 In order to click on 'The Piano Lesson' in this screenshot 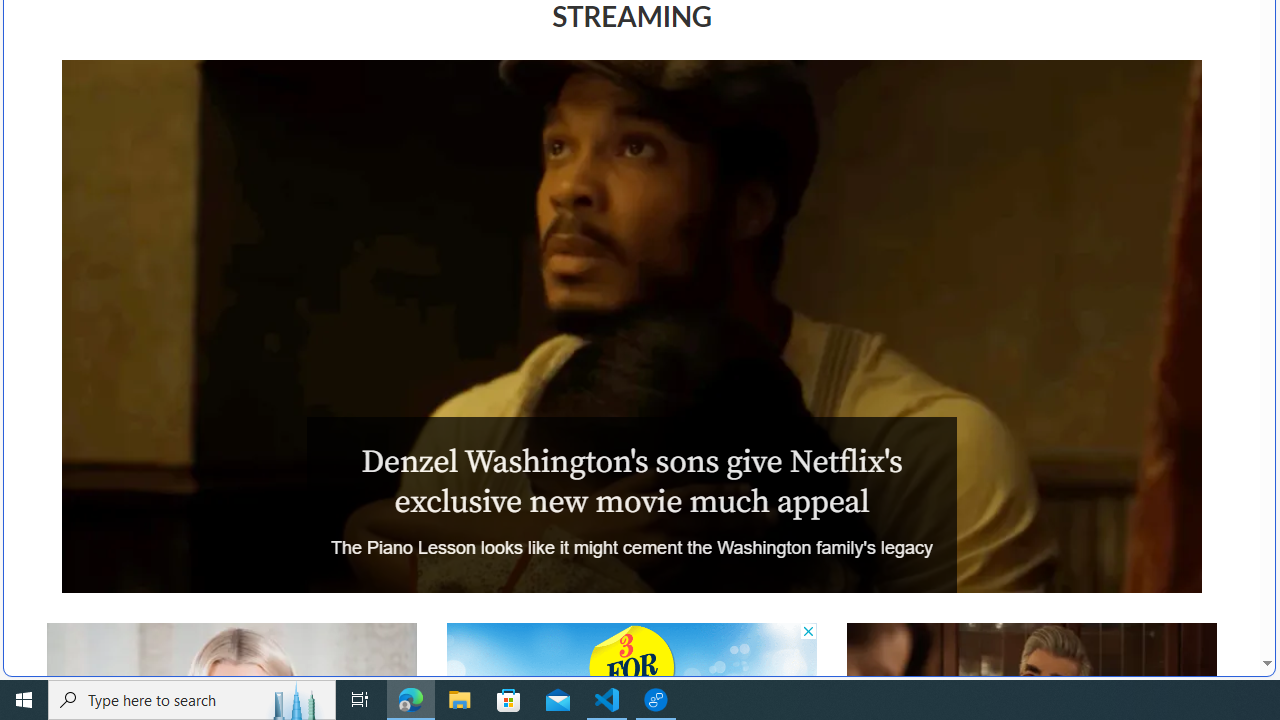, I will do `click(630, 325)`.